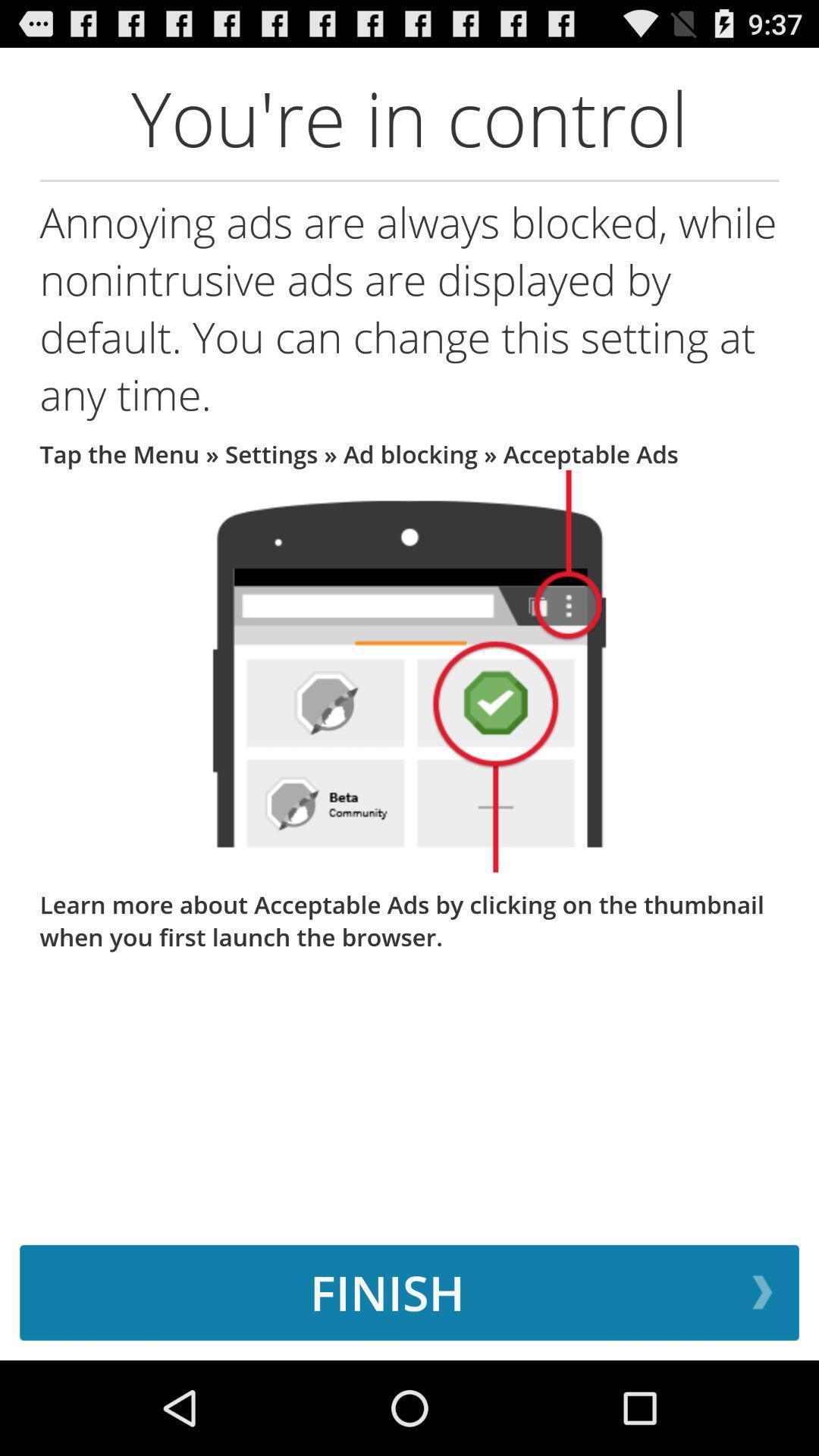 This screenshot has width=819, height=1456. I want to click on button at the bottom, so click(409, 1291).